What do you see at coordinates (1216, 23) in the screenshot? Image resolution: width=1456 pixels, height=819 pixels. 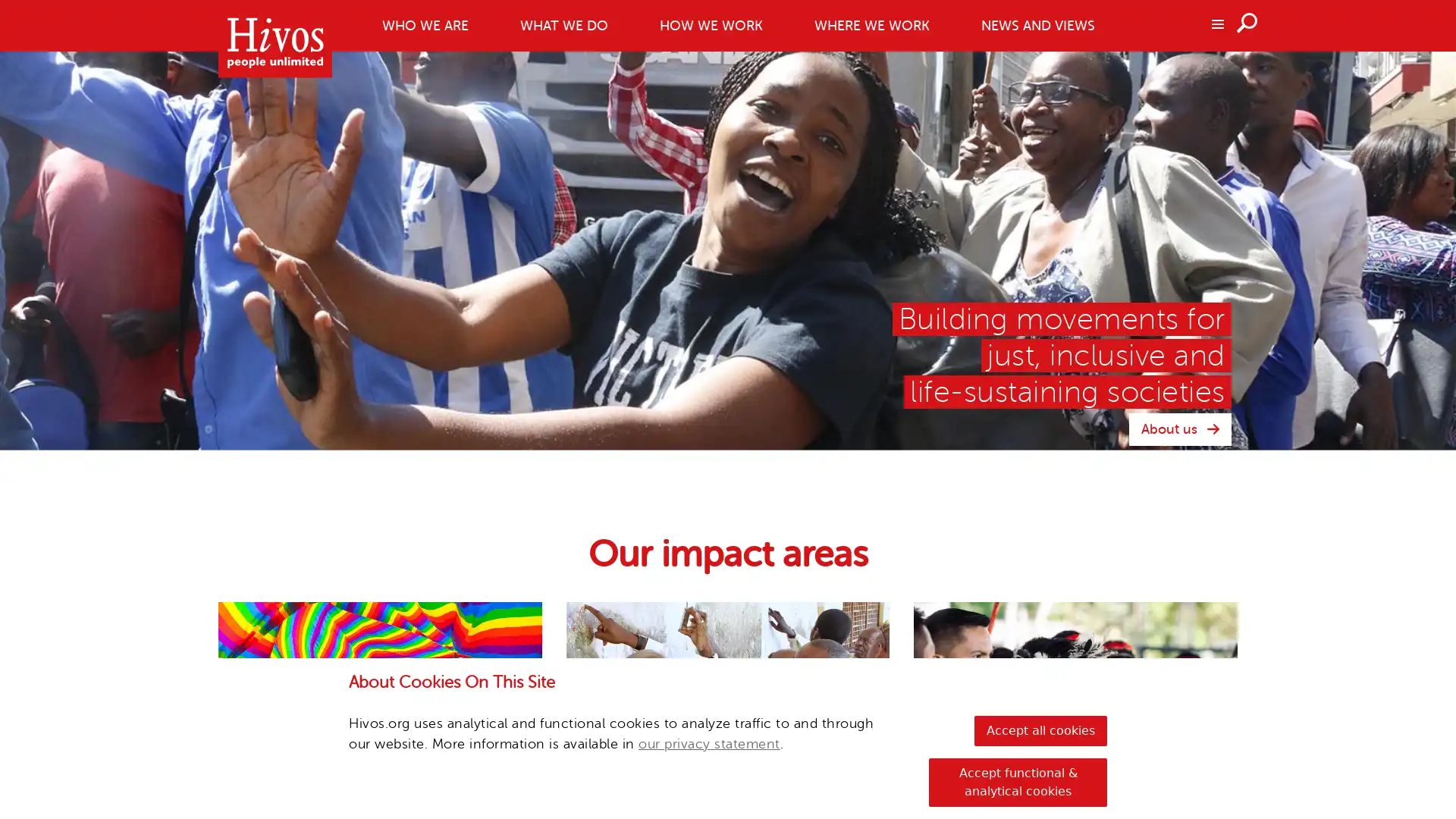 I see `Hamburger button` at bounding box center [1216, 23].